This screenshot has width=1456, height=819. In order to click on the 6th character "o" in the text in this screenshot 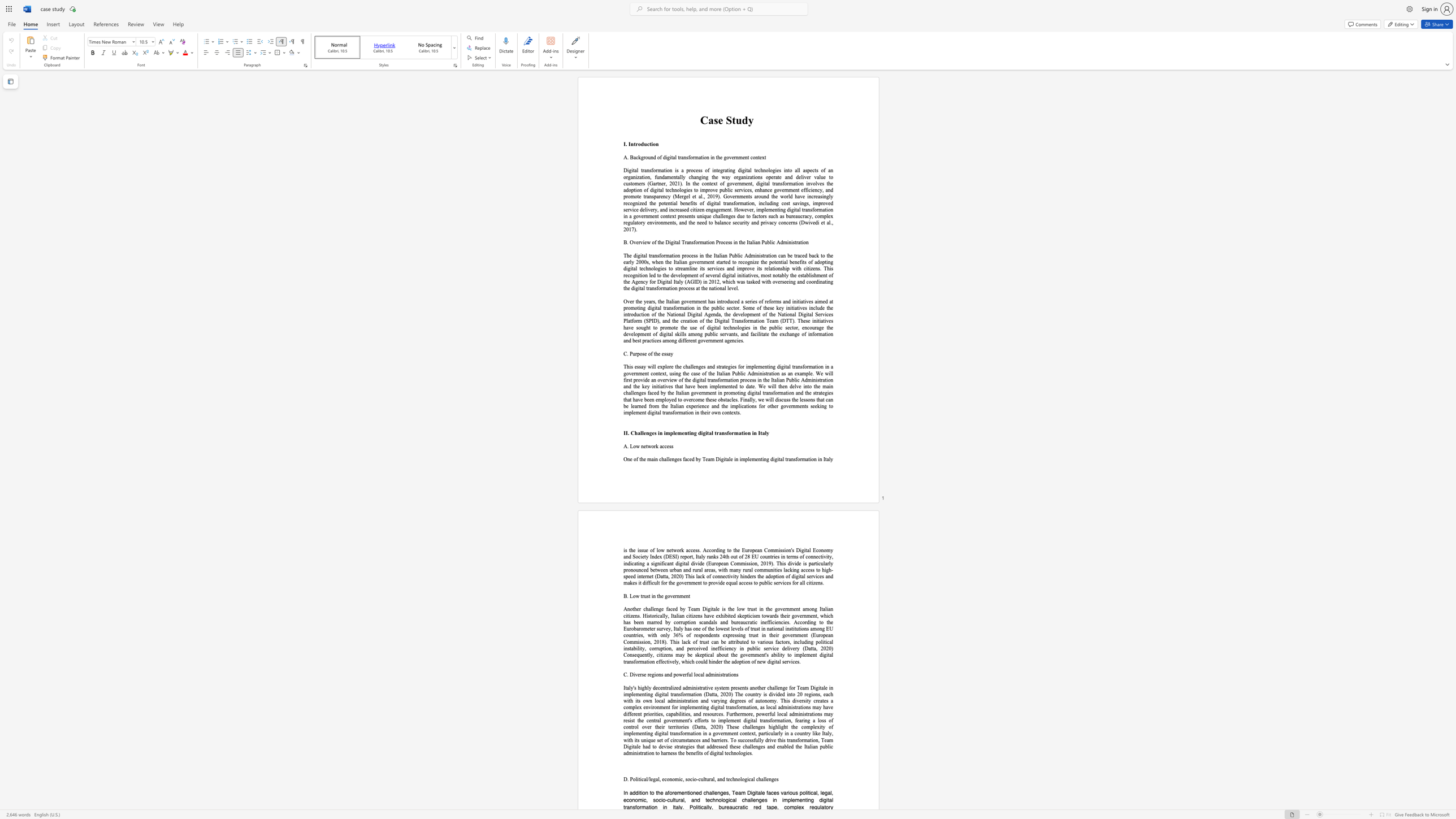, I will do `click(635, 307)`.